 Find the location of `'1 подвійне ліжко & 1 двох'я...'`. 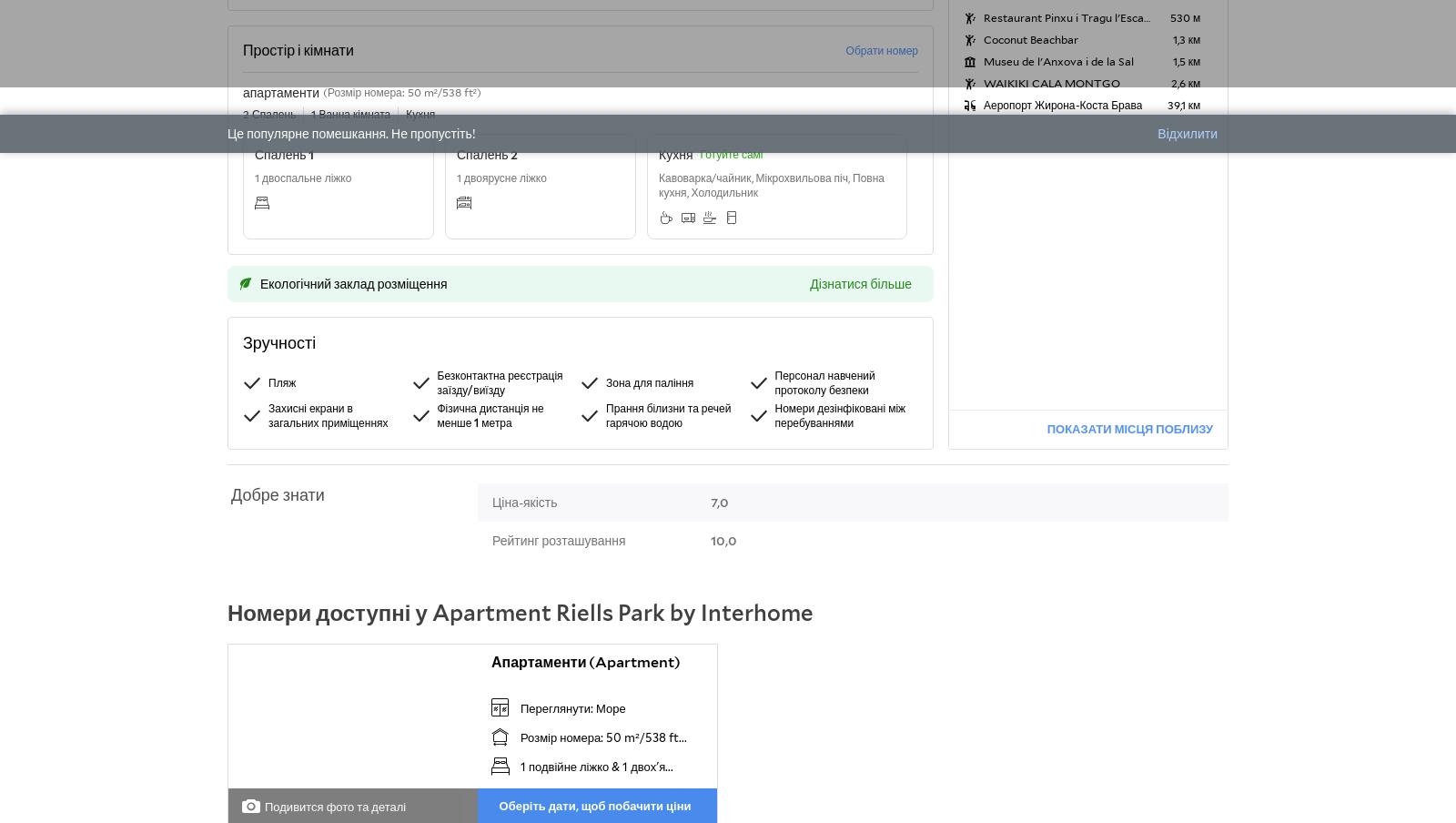

'1 подвійне ліжко & 1 двох'я...' is located at coordinates (597, 766).